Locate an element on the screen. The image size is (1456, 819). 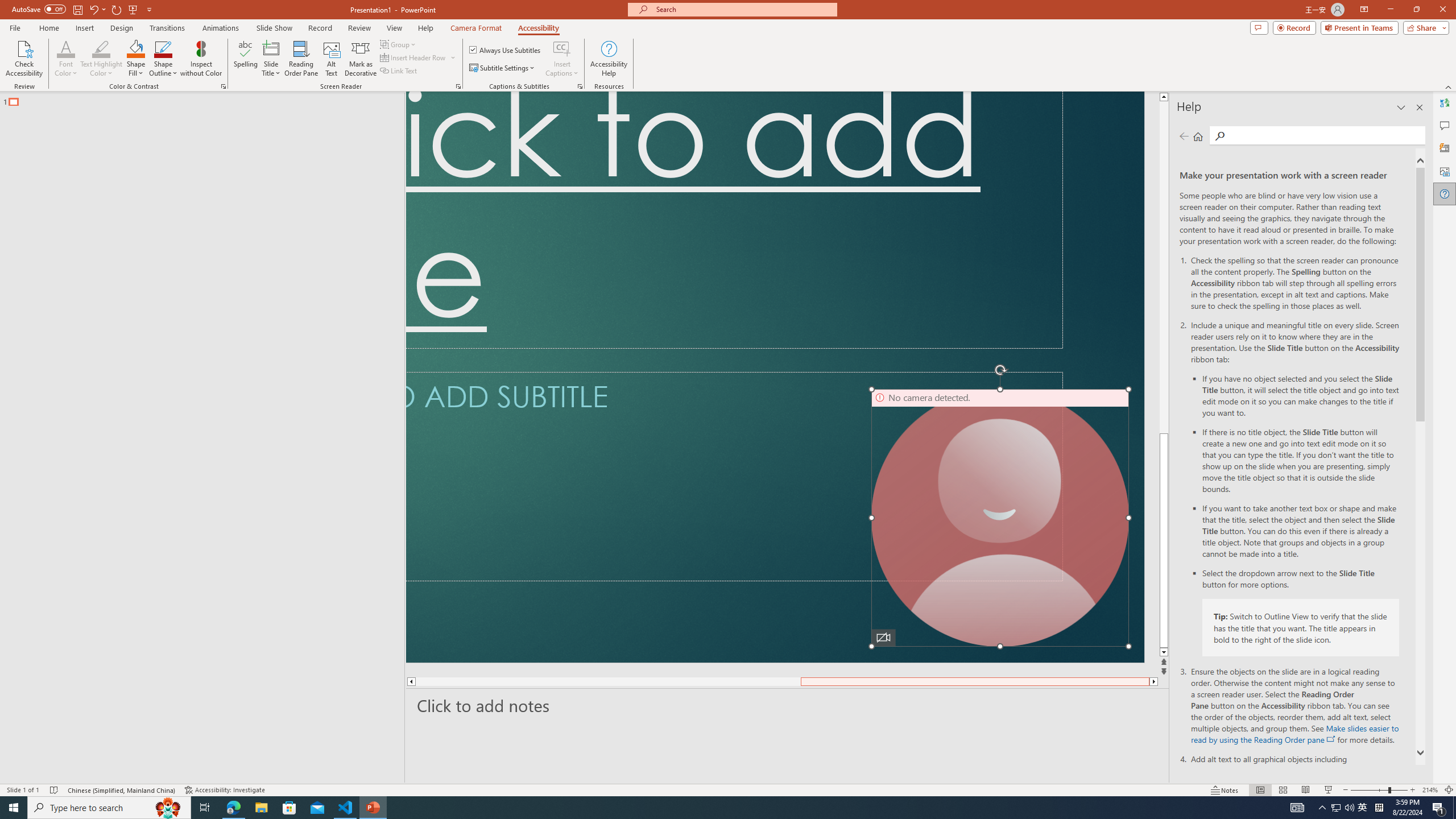
'Insert Header Row' is located at coordinates (418, 56).